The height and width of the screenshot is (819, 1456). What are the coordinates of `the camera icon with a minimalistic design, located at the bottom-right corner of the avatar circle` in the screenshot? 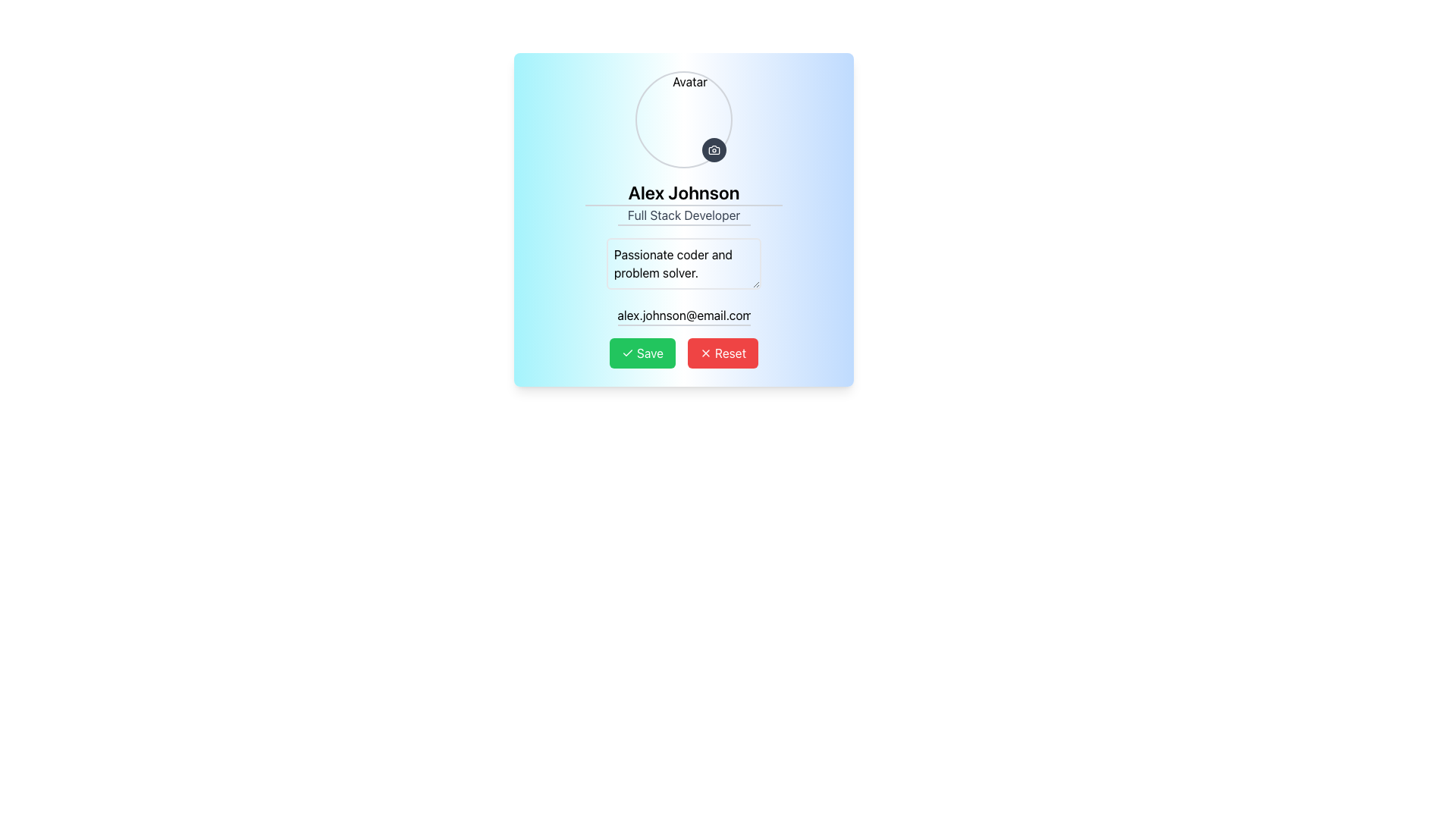 It's located at (713, 149).